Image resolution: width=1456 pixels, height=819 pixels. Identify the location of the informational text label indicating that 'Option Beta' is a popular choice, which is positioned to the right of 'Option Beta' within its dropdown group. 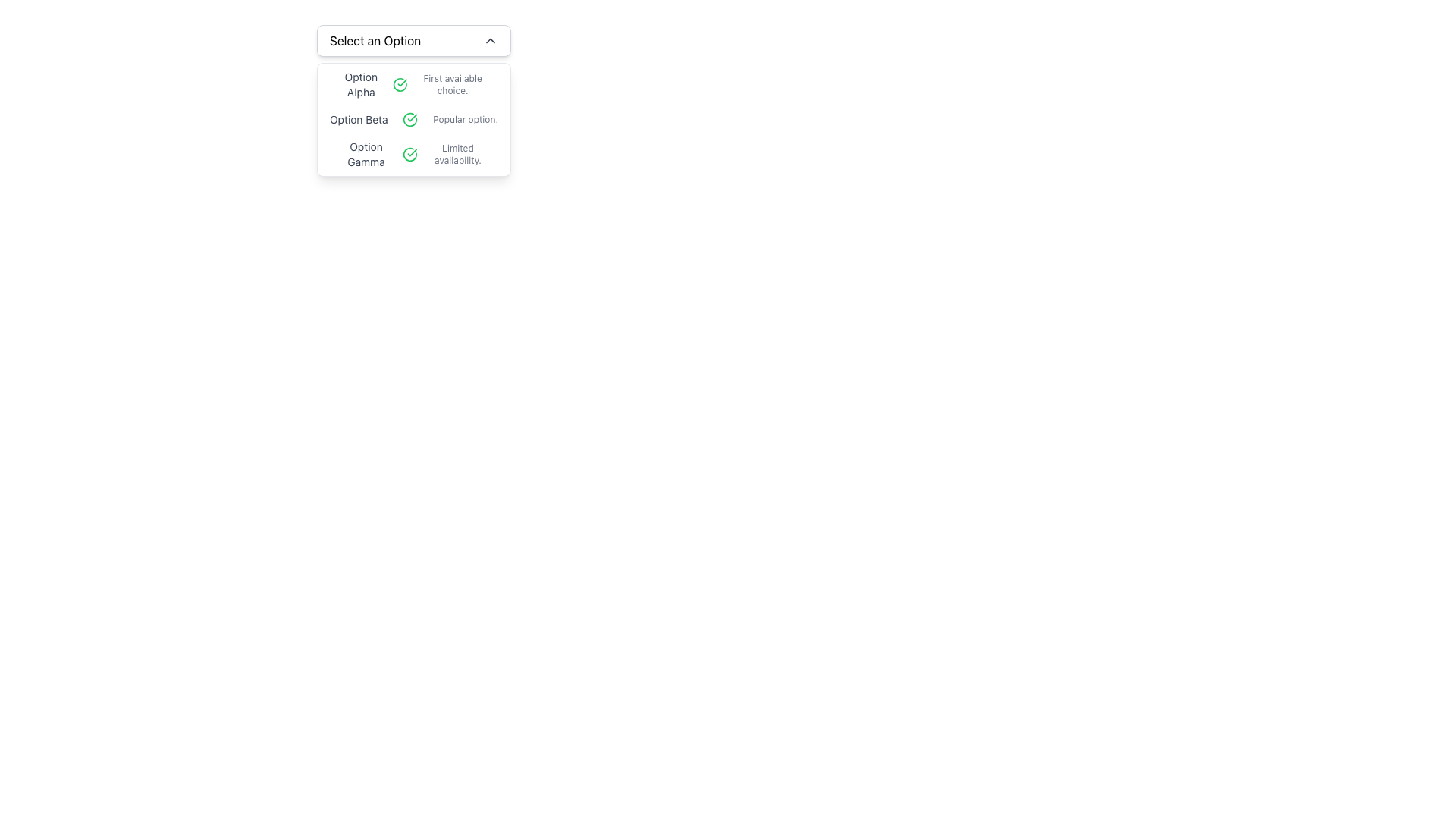
(465, 119).